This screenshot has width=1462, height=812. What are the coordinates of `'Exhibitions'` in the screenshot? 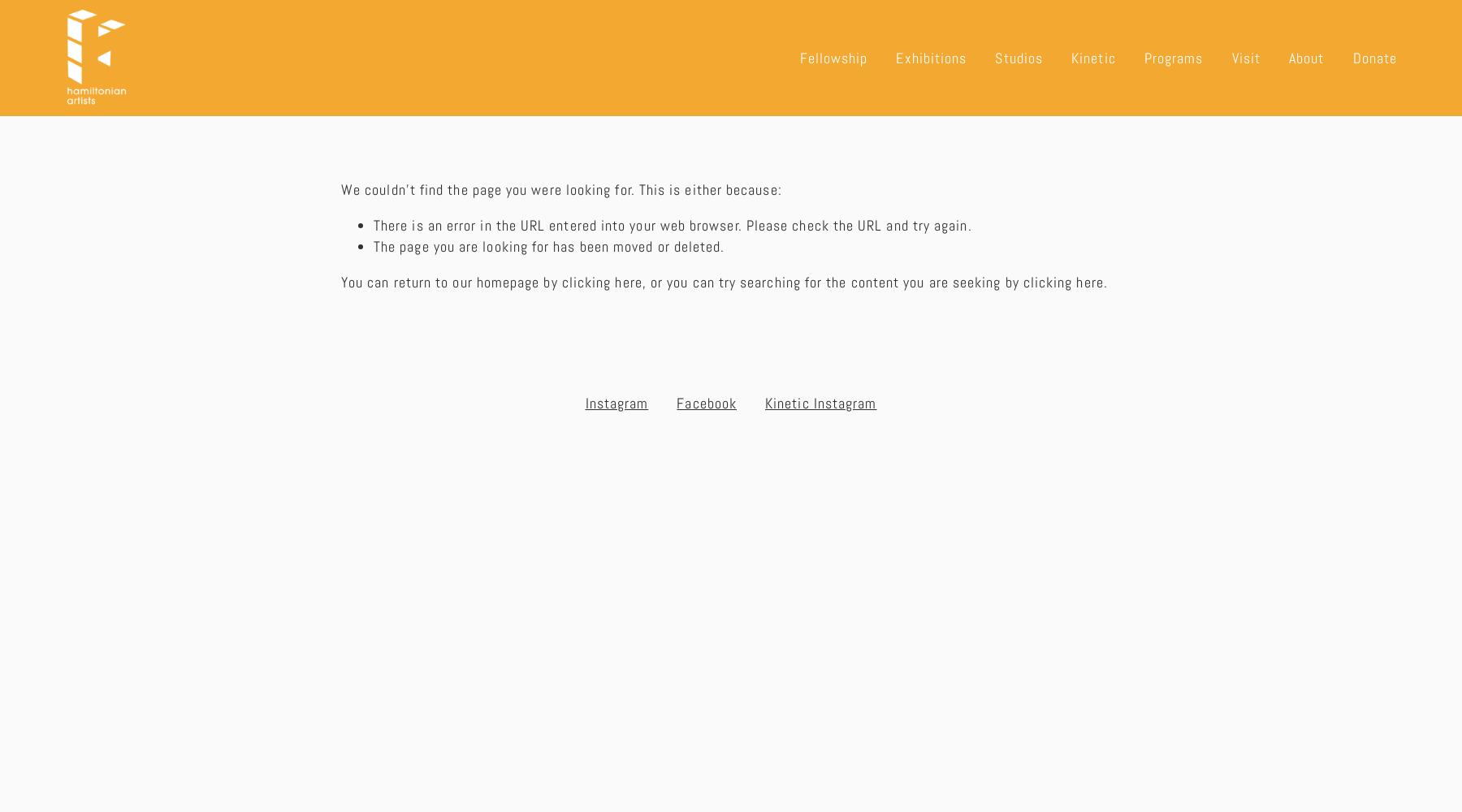 It's located at (930, 56).